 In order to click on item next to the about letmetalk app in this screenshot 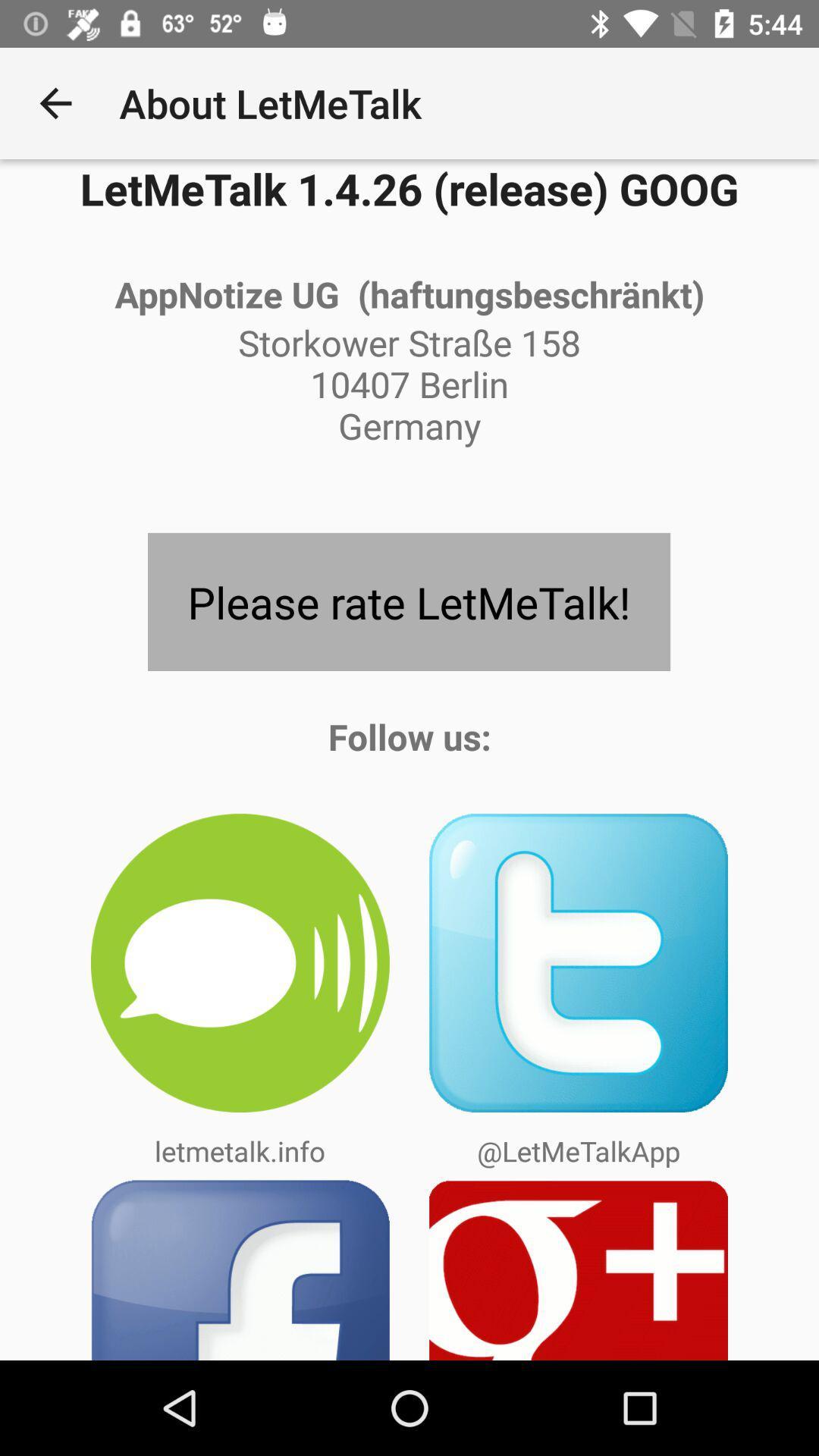, I will do `click(55, 102)`.